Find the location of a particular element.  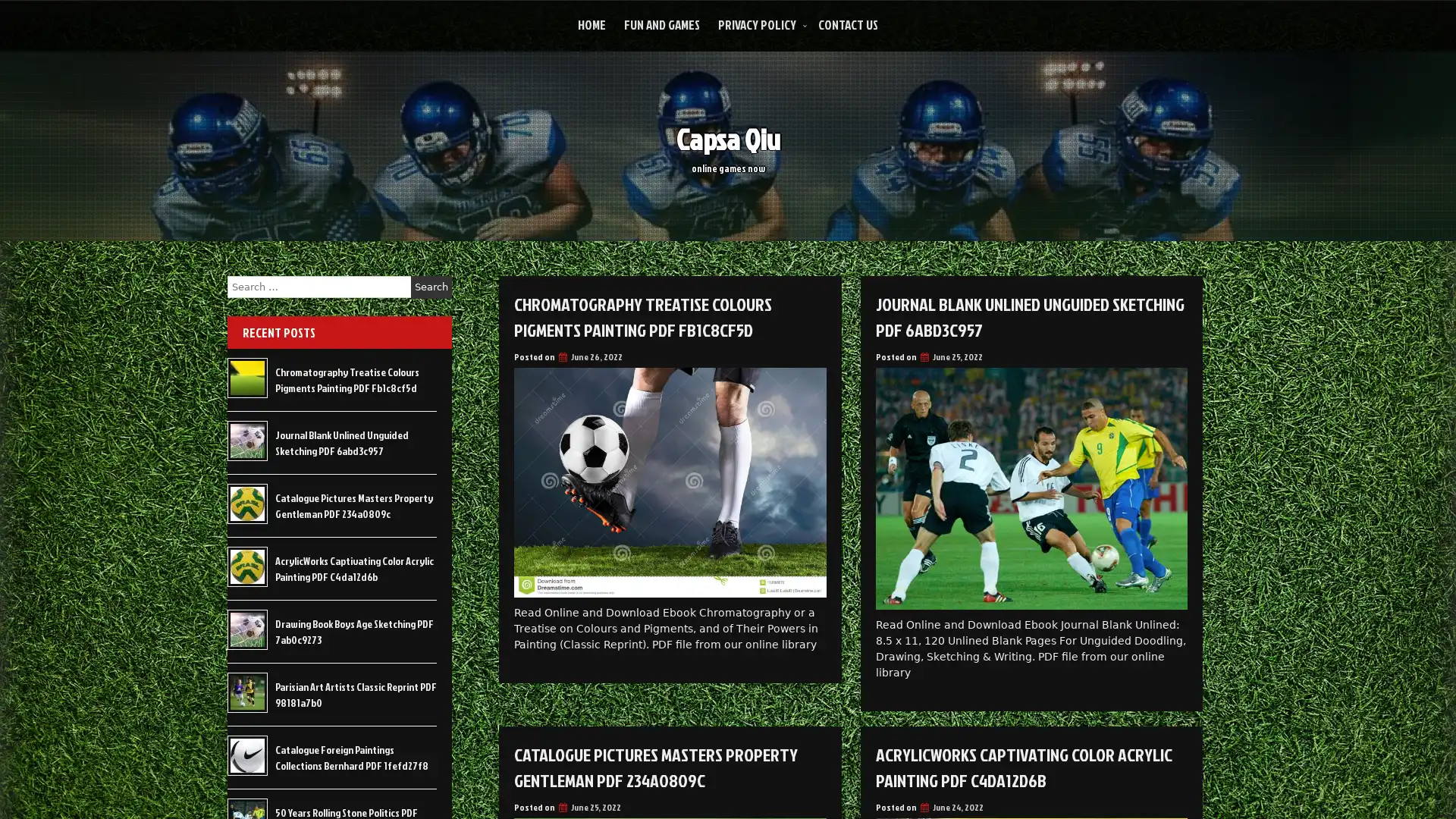

Search is located at coordinates (431, 287).